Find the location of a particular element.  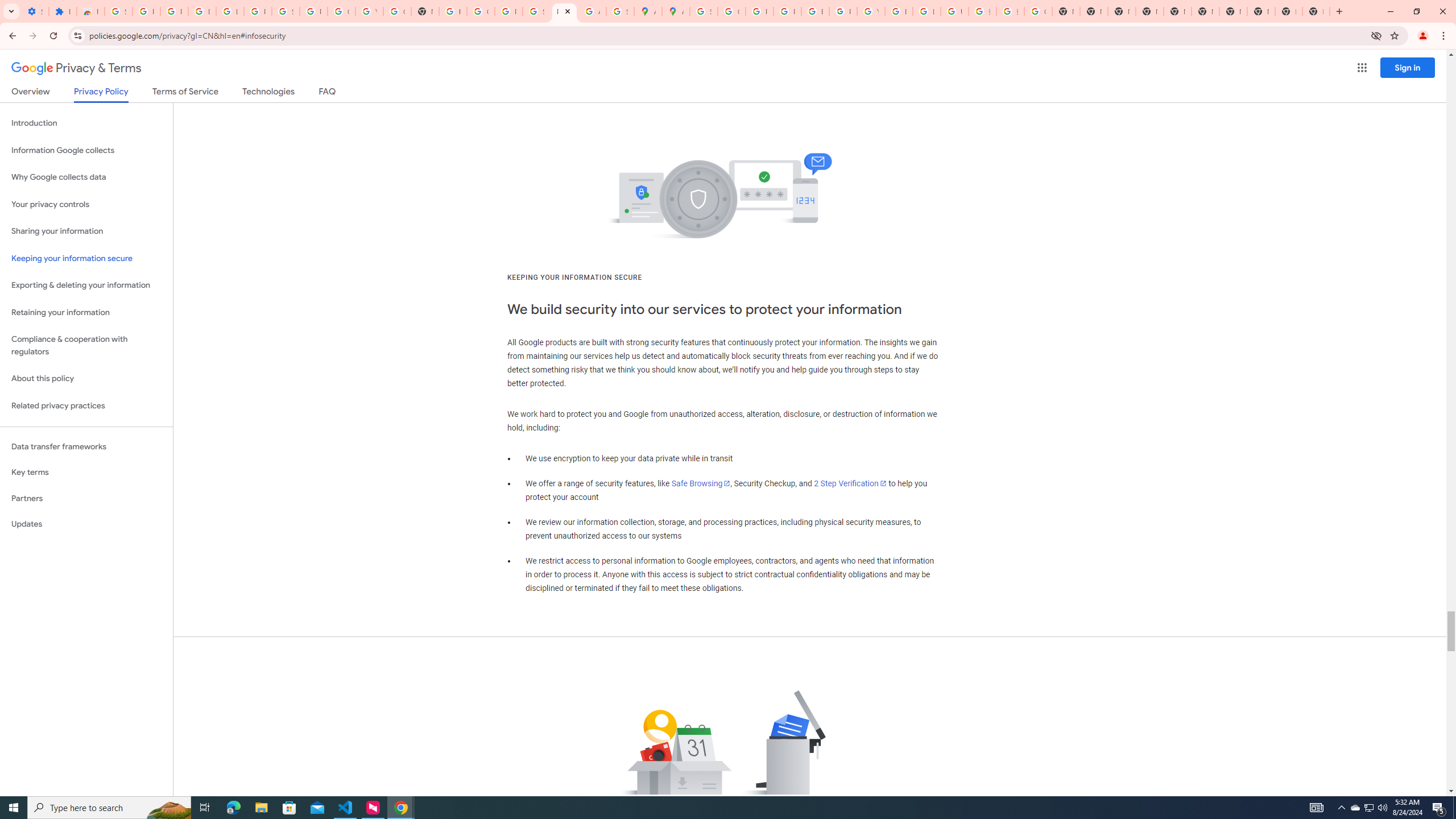

'Related privacy practices' is located at coordinates (86, 405).